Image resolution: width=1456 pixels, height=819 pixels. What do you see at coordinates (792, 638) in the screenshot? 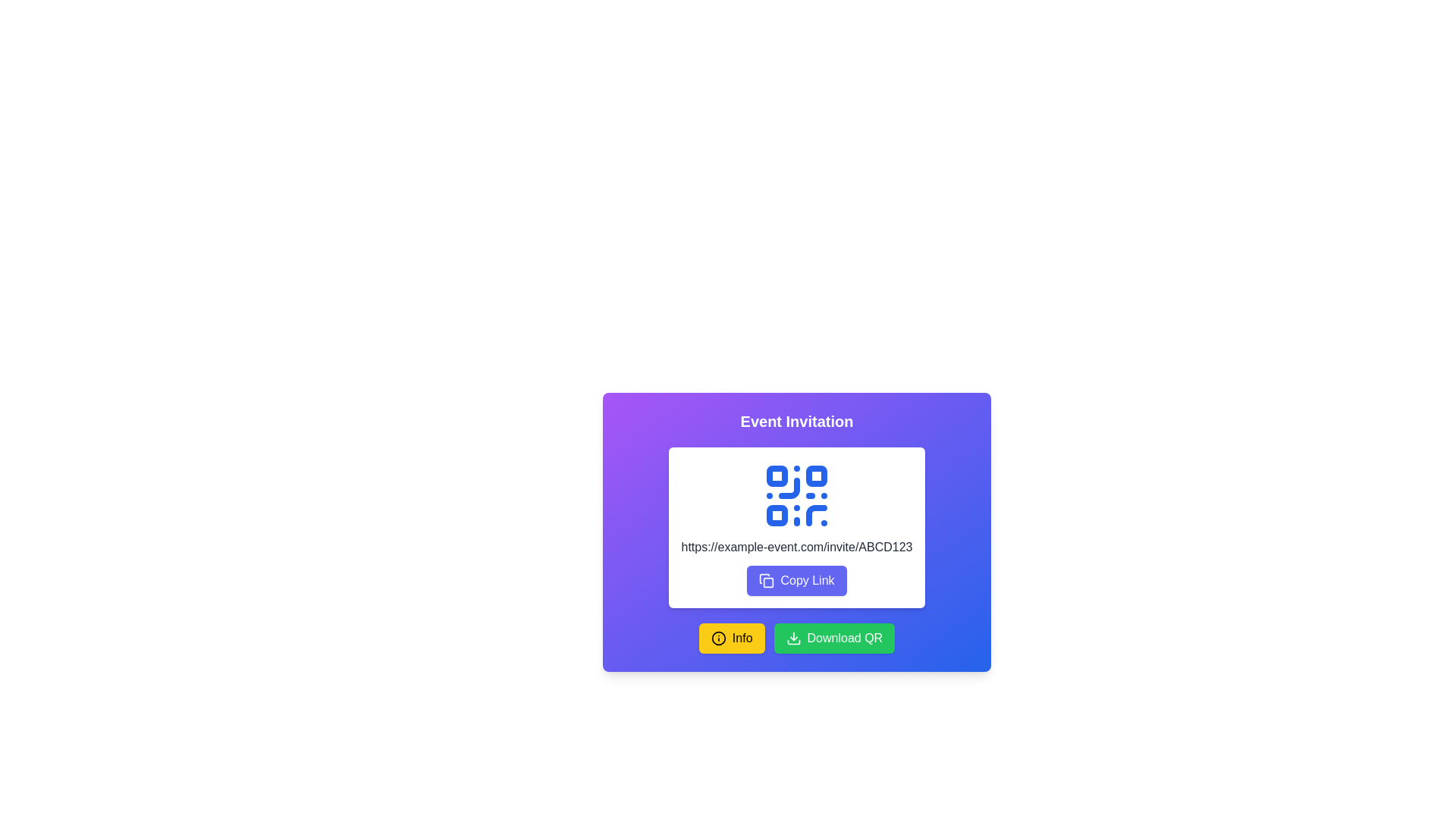
I see `the download icon within the green 'Download QR' button located in the bottom-right corner of the card with a purple and blue gradient background` at bounding box center [792, 638].